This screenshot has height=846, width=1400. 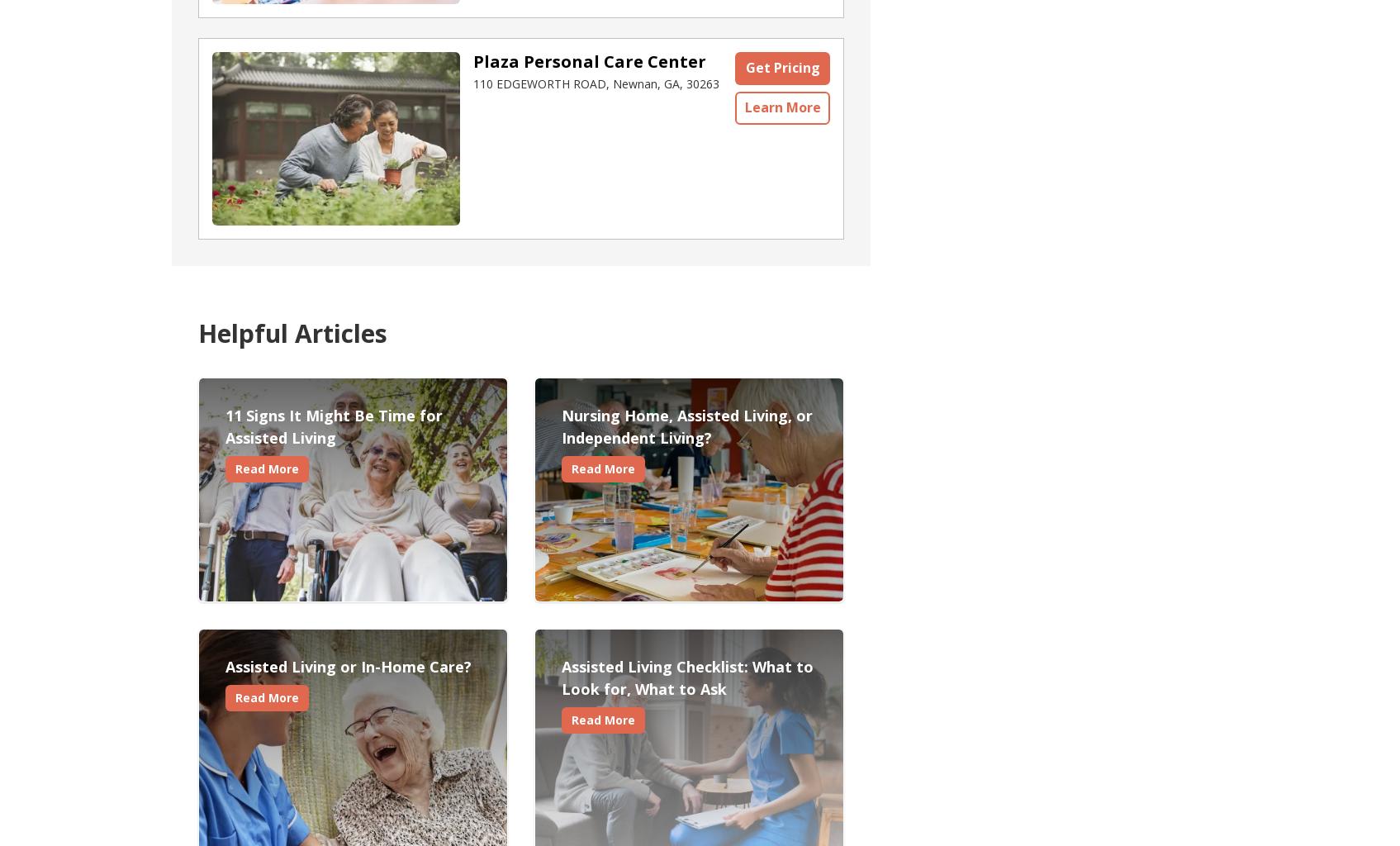 I want to click on '110 EDGEWORTH ROAD, Newnan, GA, 30263', so click(x=596, y=83).